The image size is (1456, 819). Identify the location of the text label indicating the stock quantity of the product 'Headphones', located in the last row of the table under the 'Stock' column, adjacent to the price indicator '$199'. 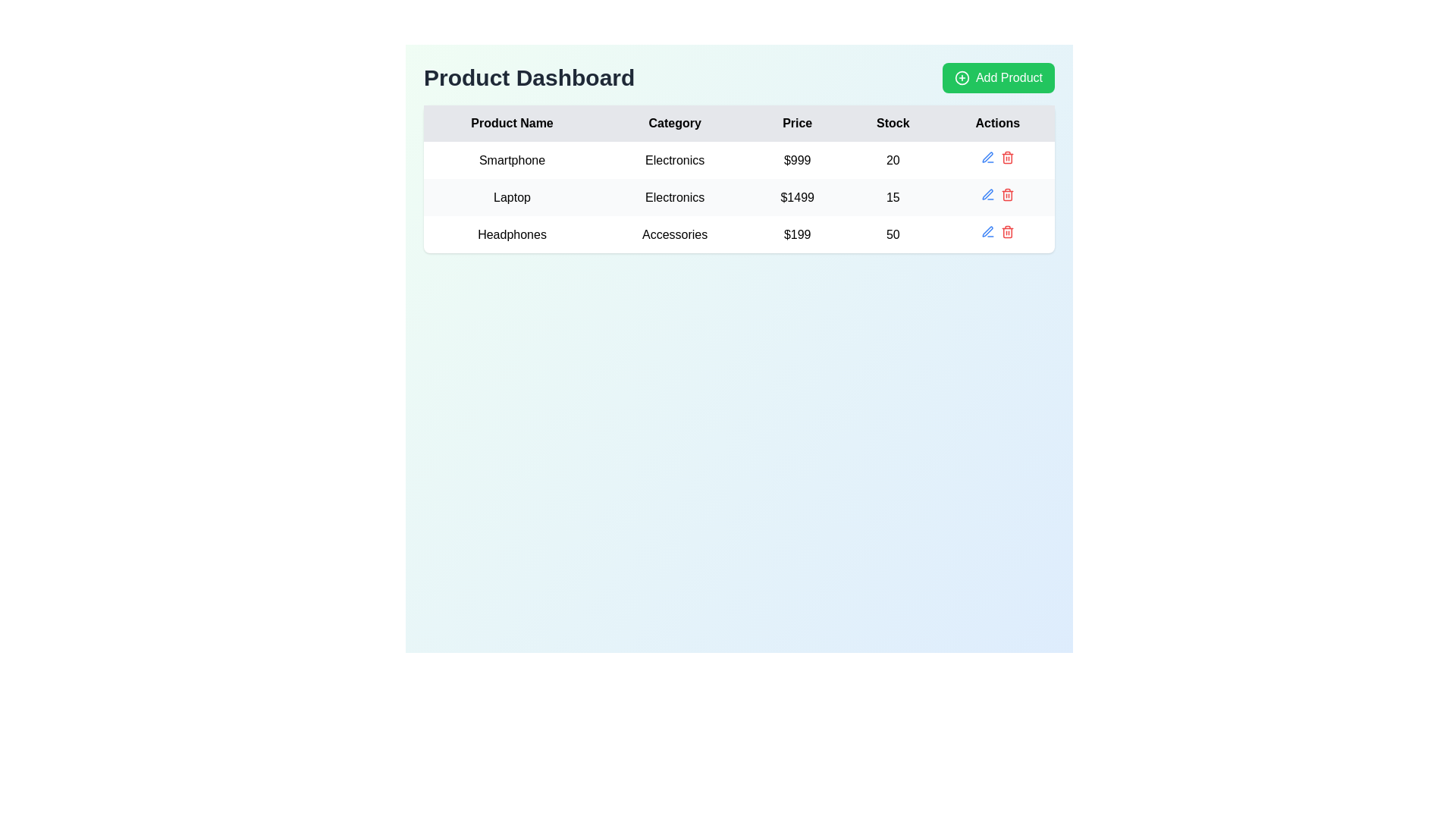
(893, 234).